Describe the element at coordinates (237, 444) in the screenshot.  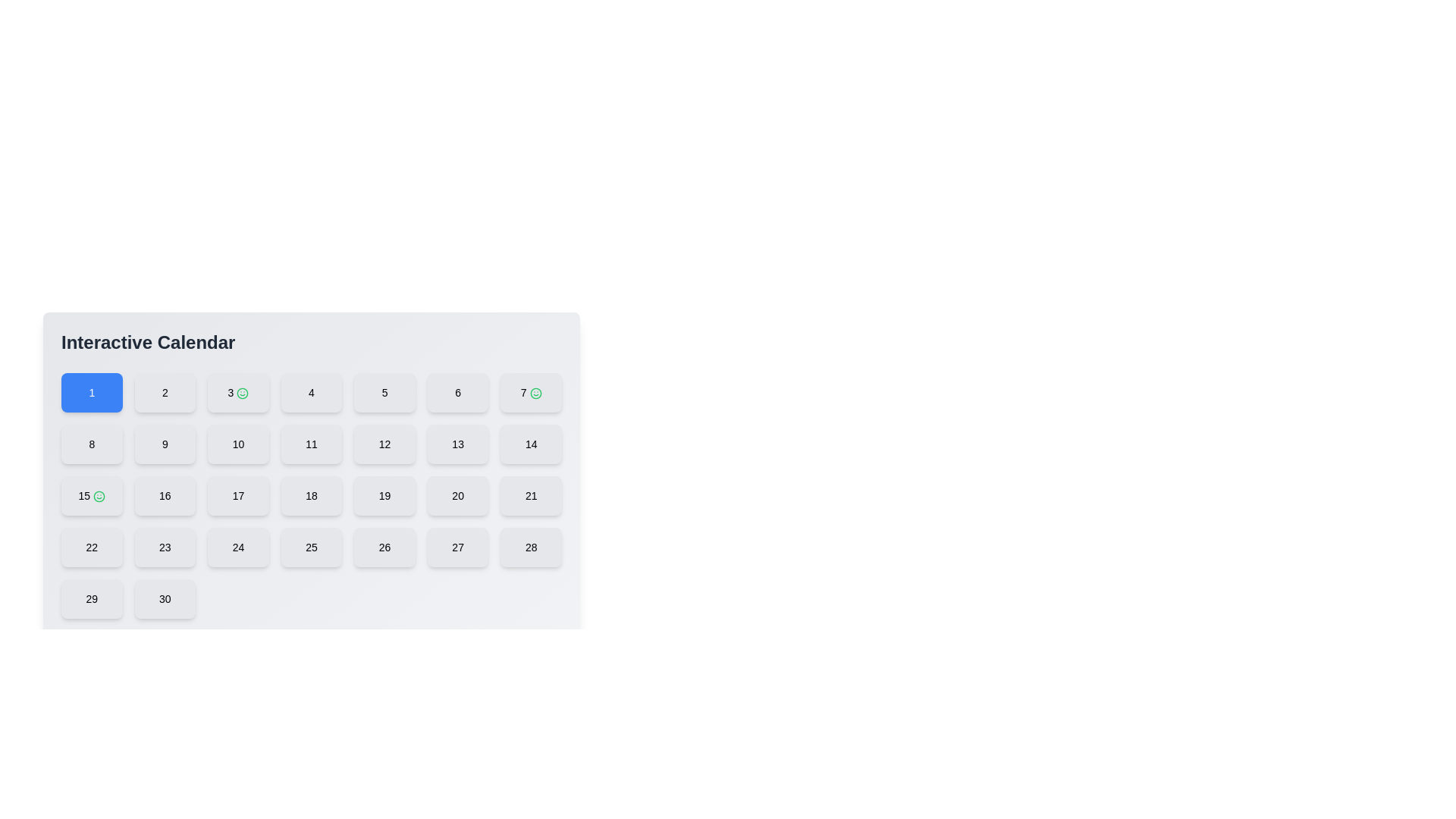
I see `the button representing the 10th day in the calendar interface` at that location.